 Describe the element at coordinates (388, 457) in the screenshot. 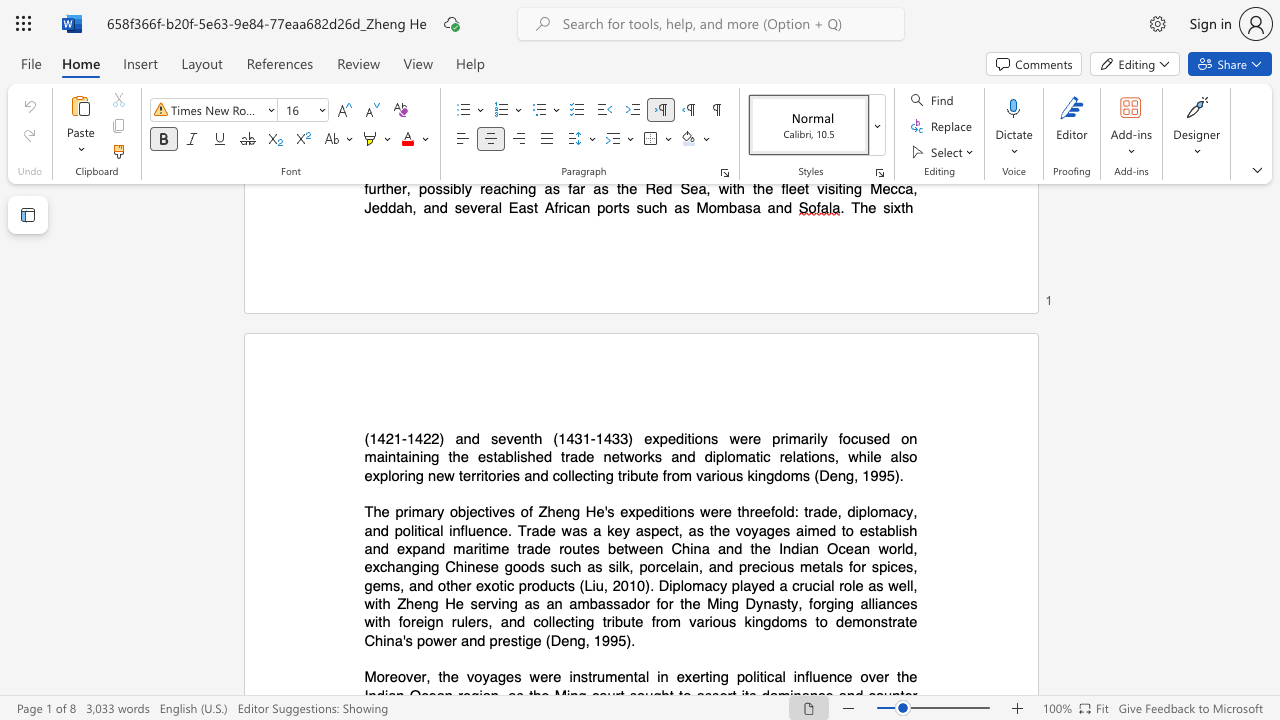

I see `the subset text "nt" within the text "maintaining"` at that location.